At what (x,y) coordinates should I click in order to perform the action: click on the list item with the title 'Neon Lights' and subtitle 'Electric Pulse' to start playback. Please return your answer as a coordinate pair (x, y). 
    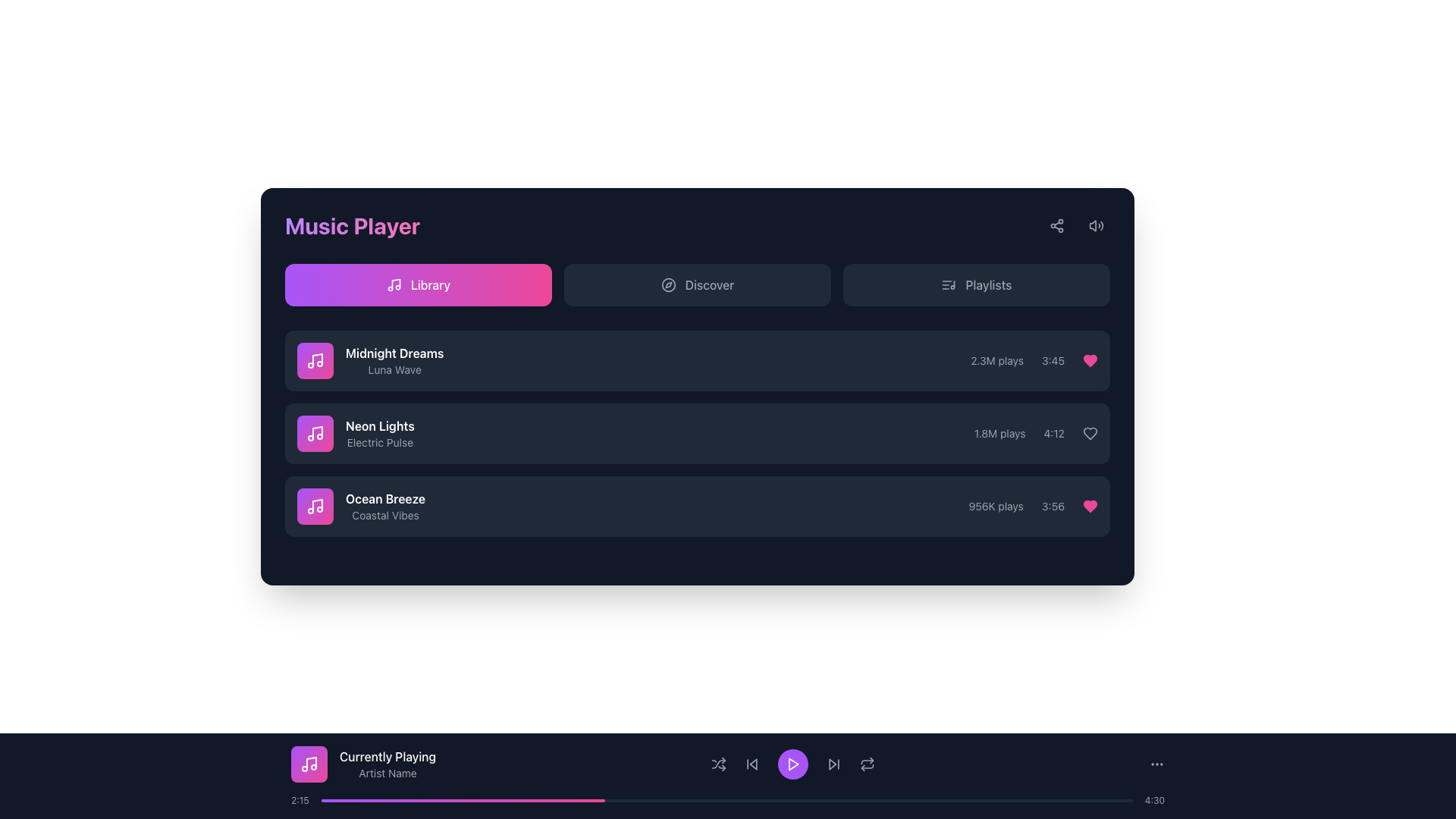
    Looking at the image, I should click on (697, 433).